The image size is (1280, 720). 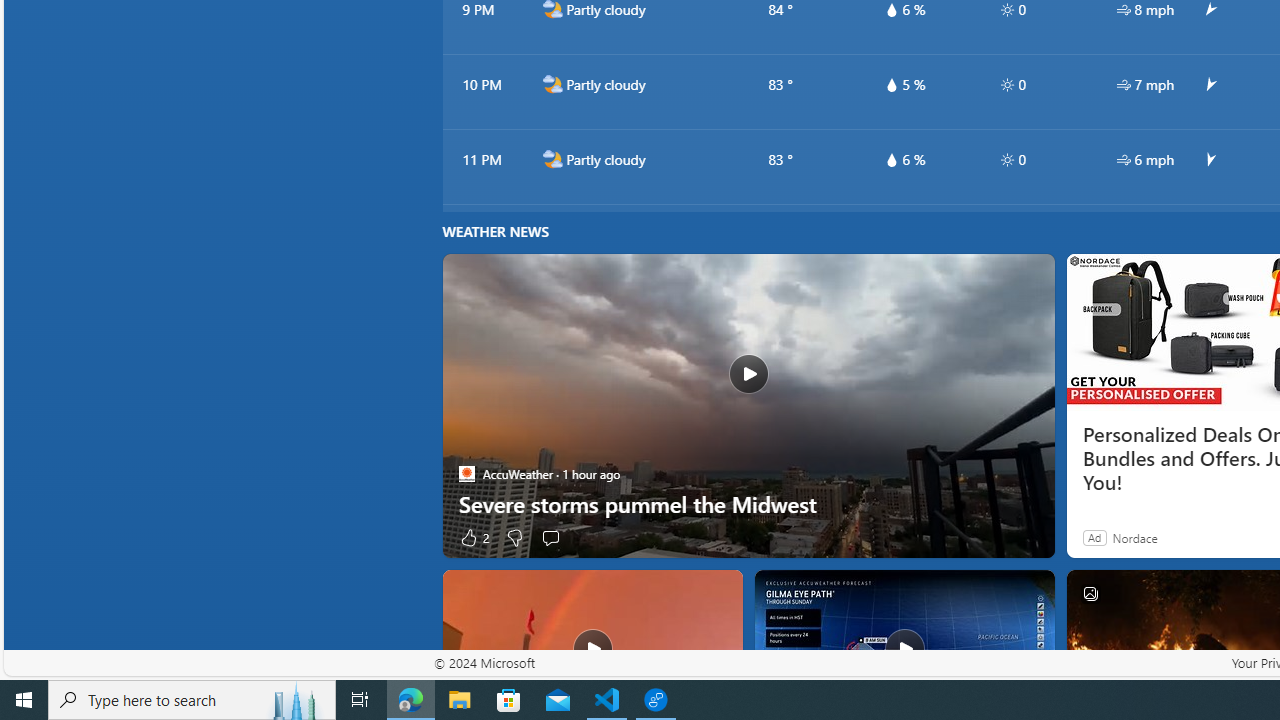 I want to click on 'Start the conversation', so click(x=551, y=536).